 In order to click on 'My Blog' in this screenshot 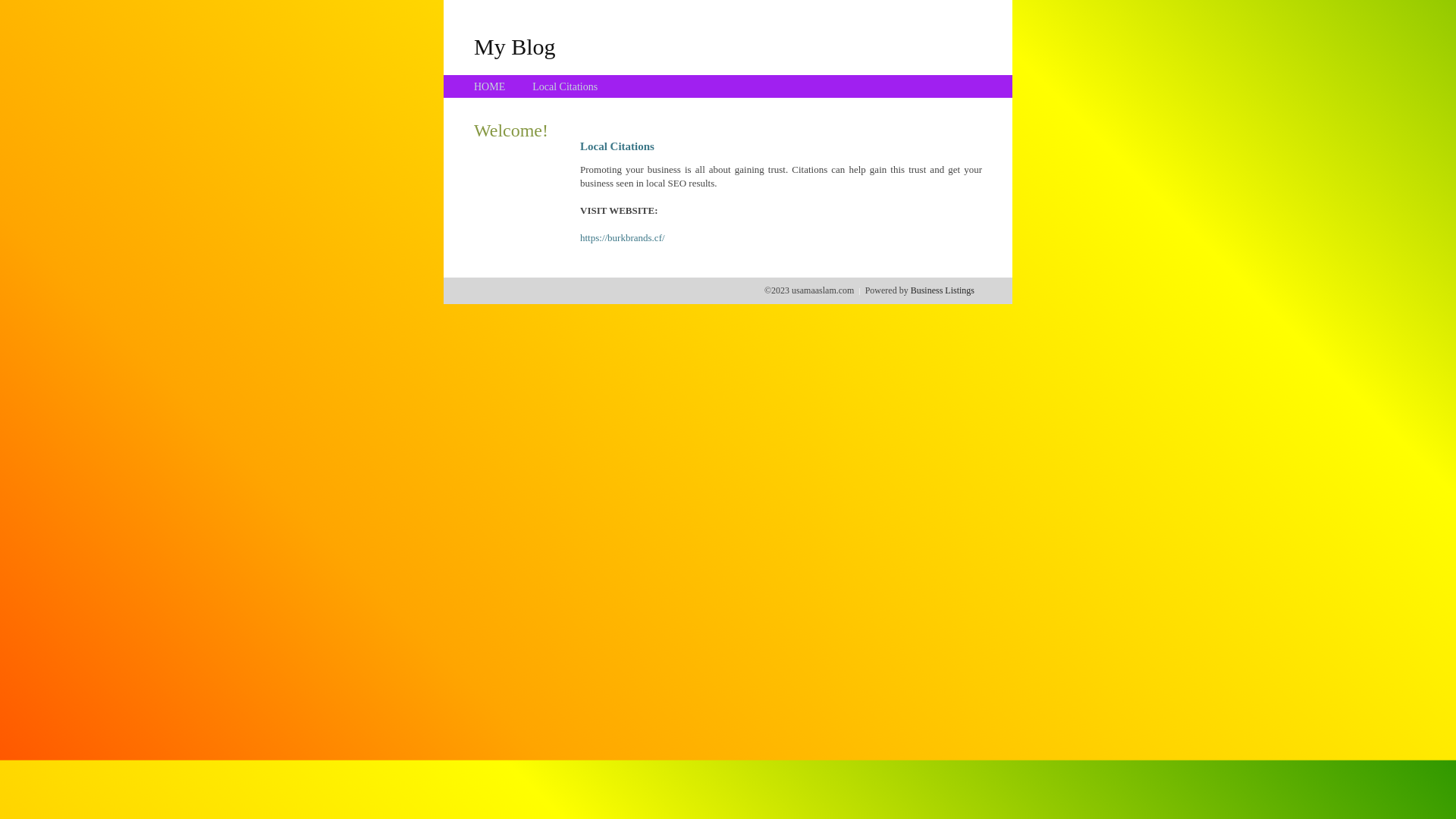, I will do `click(514, 45)`.